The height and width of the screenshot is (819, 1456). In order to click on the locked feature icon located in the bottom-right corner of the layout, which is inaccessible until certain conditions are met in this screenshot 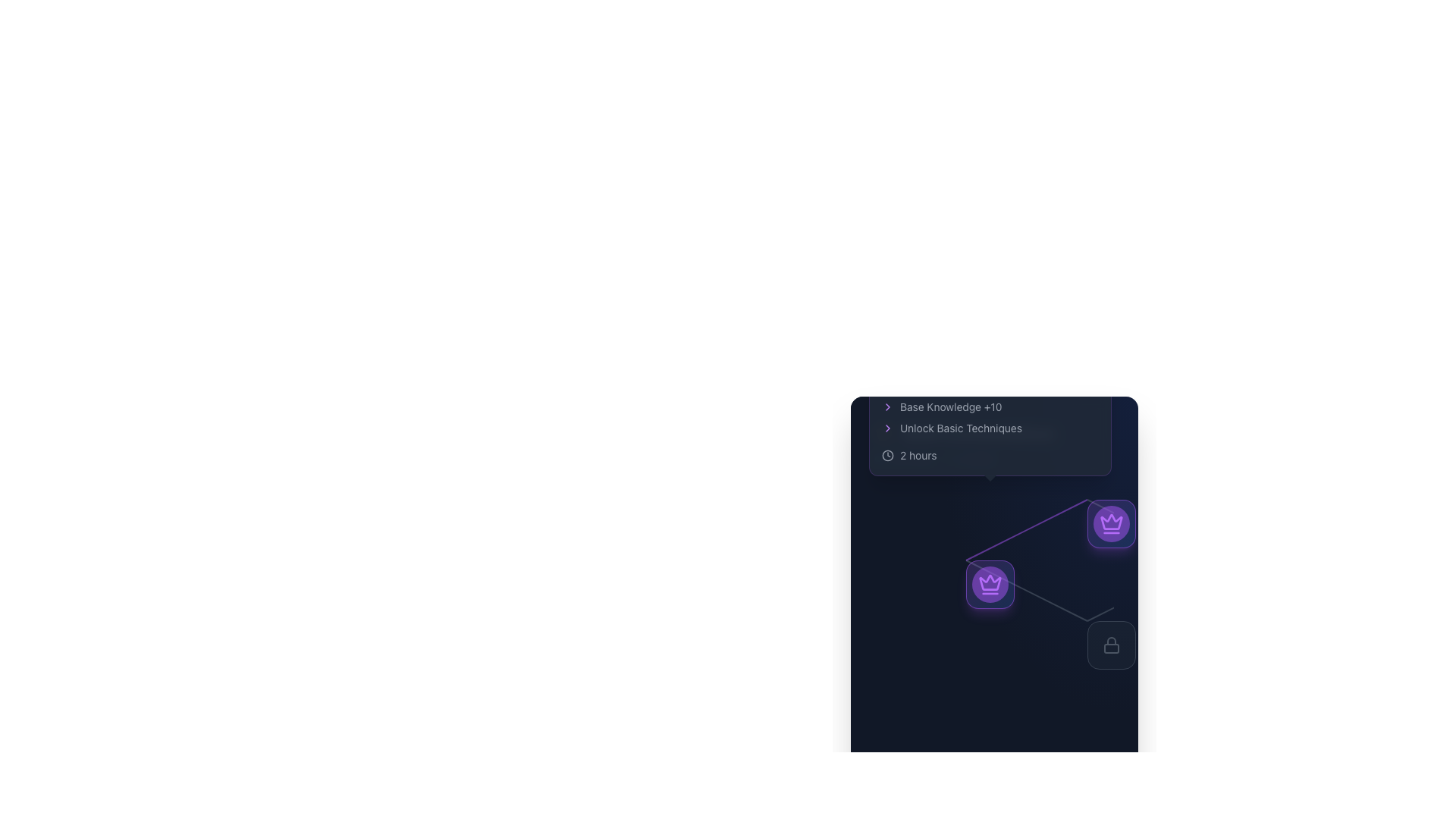, I will do `click(1111, 645)`.